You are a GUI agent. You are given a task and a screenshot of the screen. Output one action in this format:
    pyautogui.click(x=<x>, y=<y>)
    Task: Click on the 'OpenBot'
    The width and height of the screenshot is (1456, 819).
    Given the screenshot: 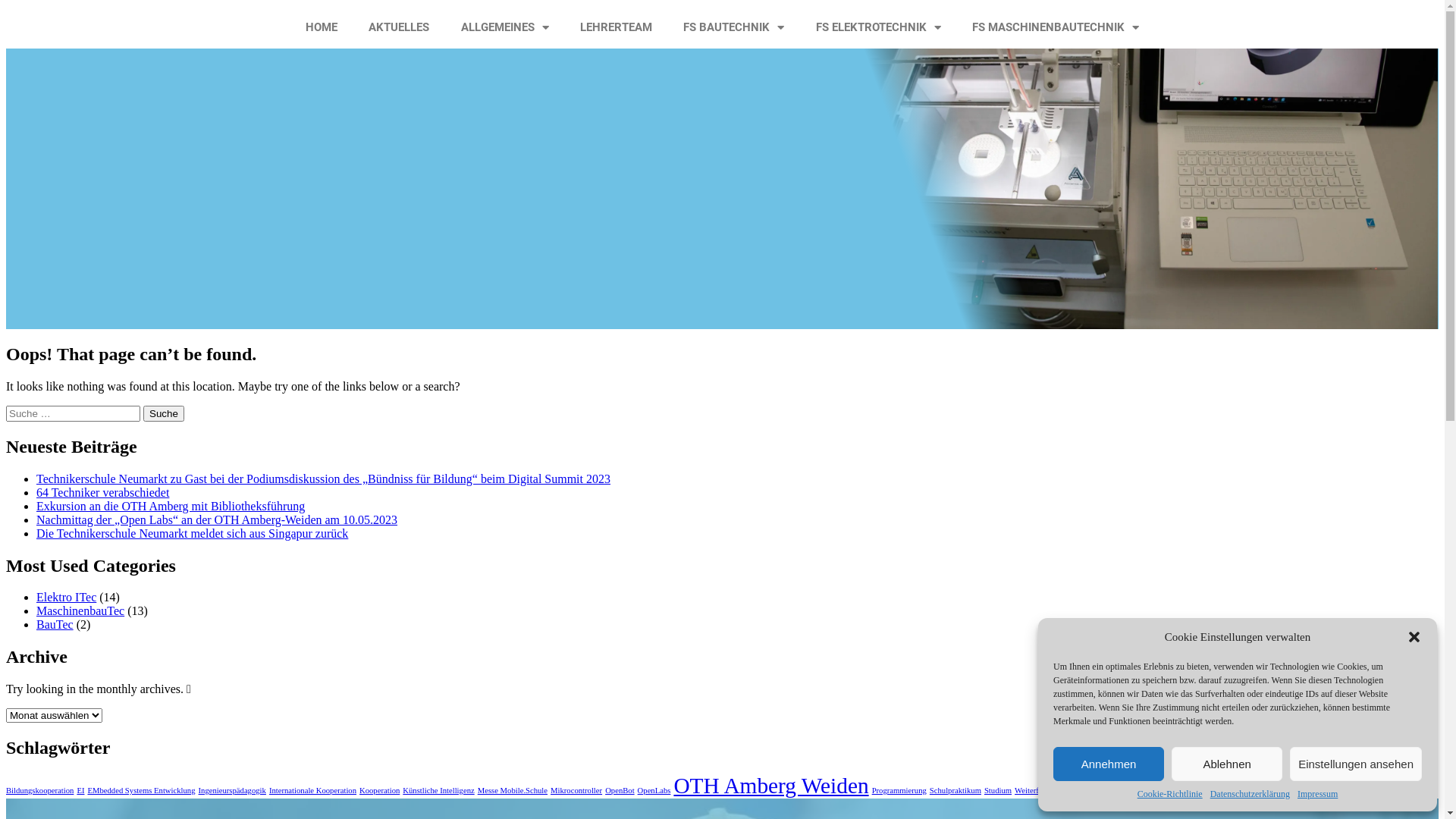 What is the action you would take?
    pyautogui.click(x=619, y=789)
    